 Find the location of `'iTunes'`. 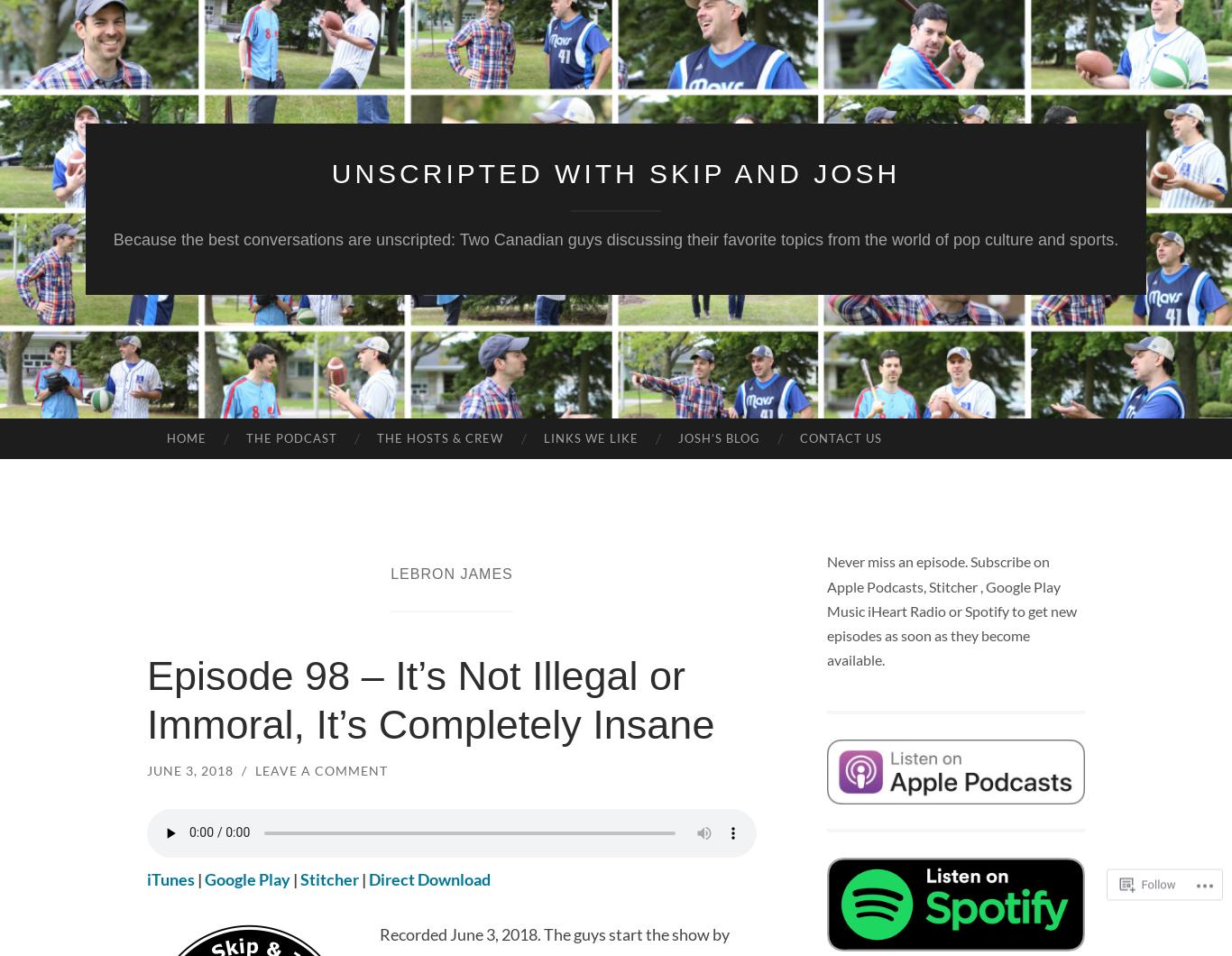

'iTunes' is located at coordinates (170, 878).